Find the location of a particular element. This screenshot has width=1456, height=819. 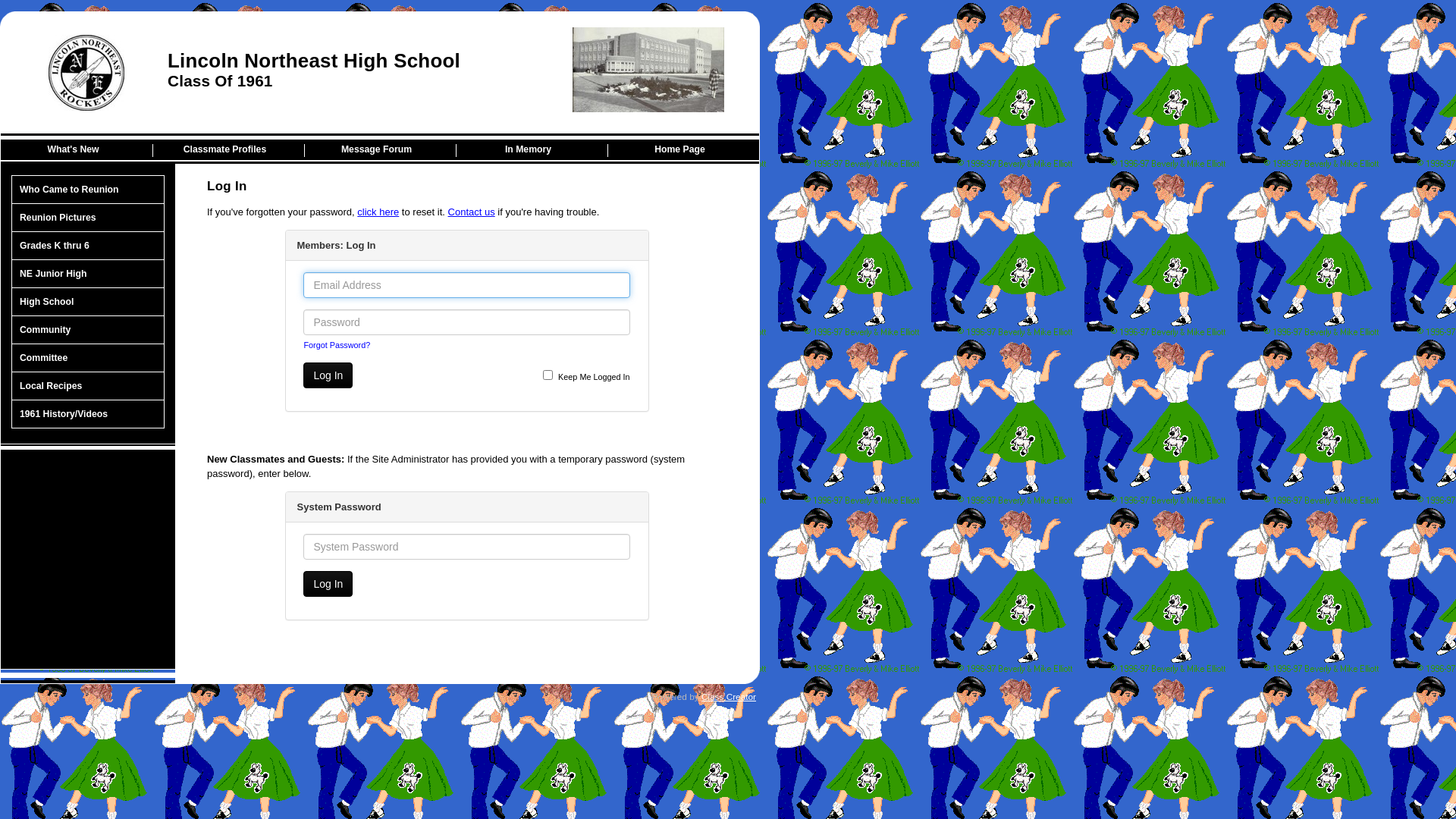

'click here' is located at coordinates (378, 212).